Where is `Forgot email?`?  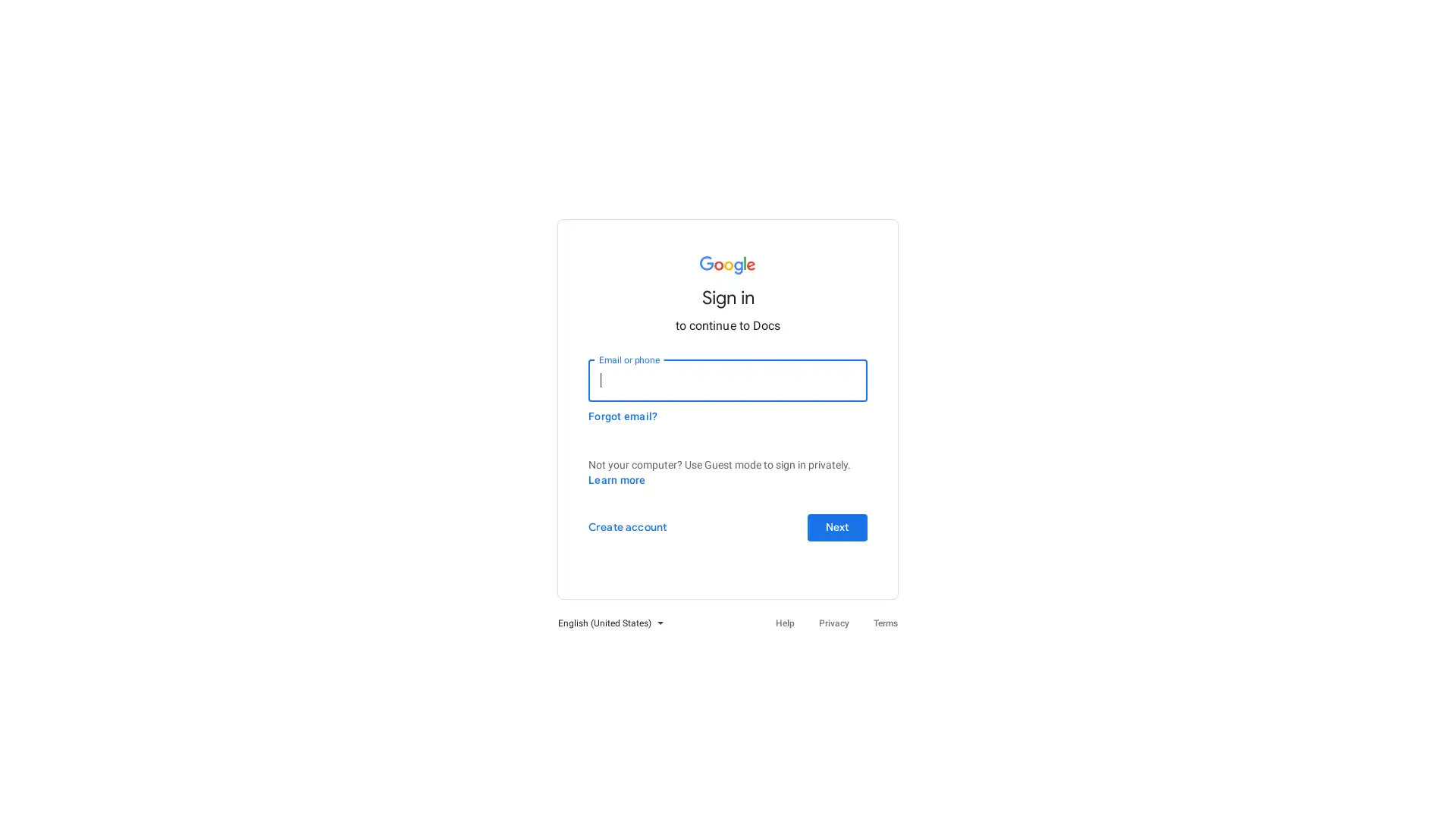
Forgot email? is located at coordinates (623, 415).